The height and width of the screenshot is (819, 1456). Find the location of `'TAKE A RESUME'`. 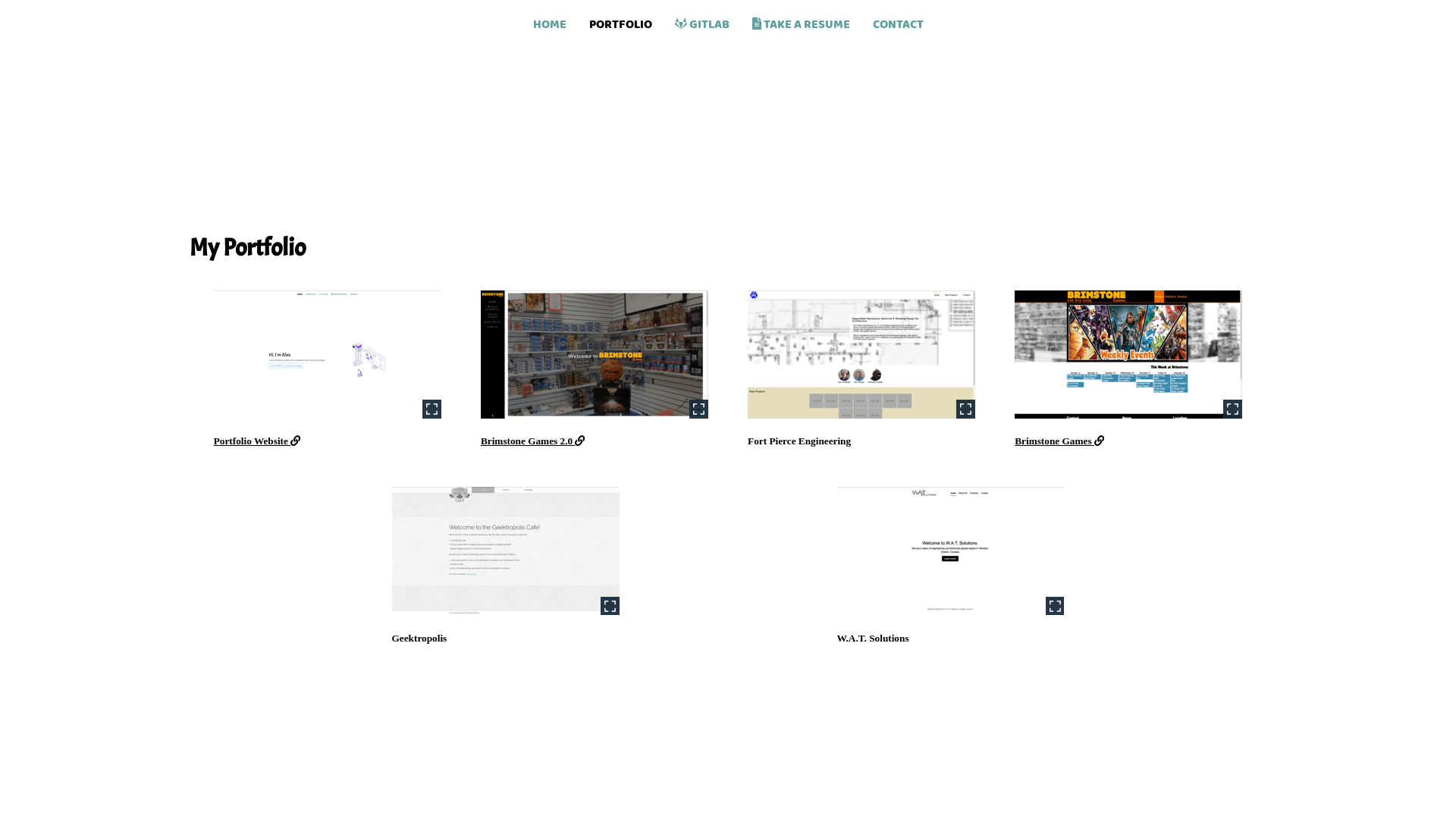

'TAKE A RESUME' is located at coordinates (799, 19).